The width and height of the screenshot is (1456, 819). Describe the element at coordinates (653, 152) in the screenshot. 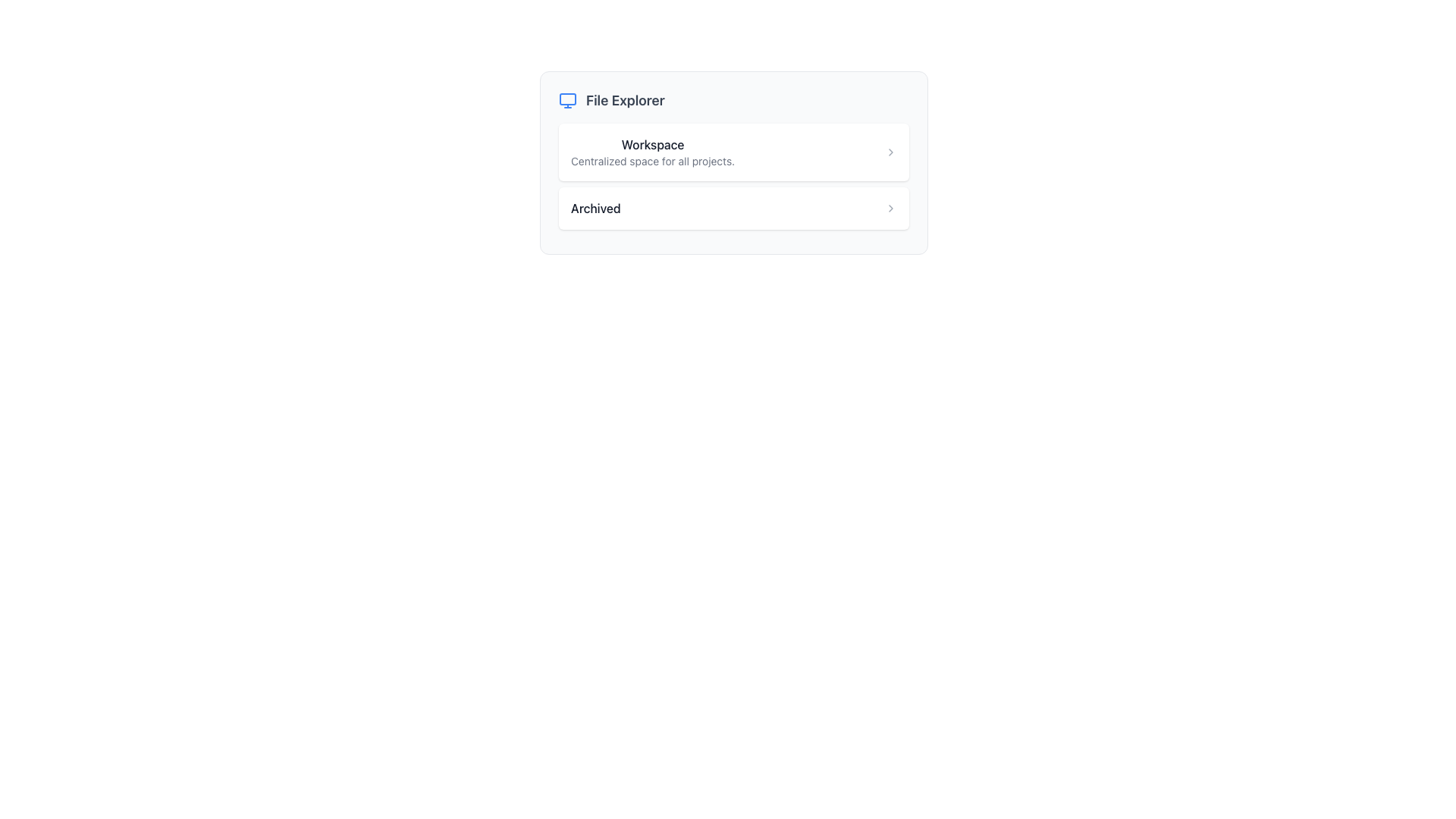

I see `the text block labeled 'Workspace'` at that location.